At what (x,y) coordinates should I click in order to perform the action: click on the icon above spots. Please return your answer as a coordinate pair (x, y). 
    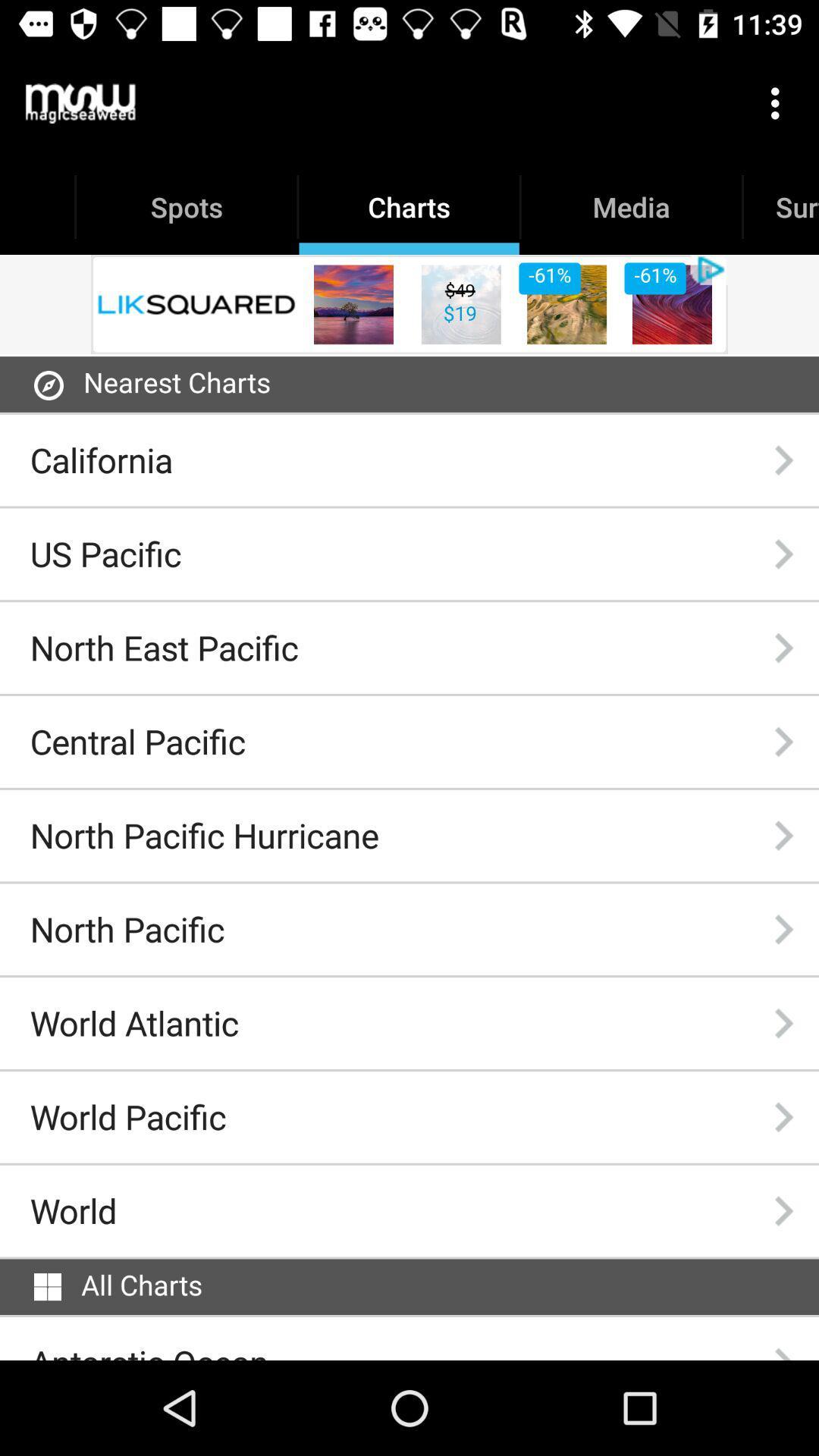
    Looking at the image, I should click on (80, 102).